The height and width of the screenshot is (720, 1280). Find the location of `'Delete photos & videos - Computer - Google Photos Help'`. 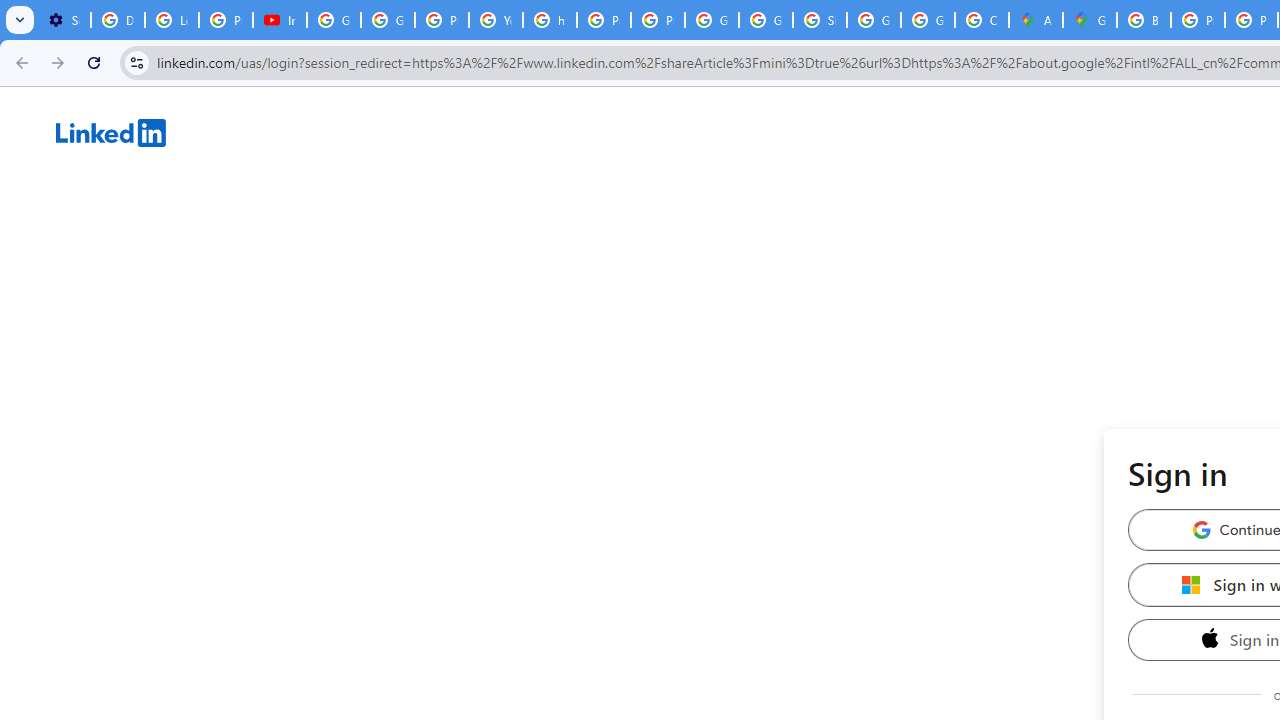

'Delete photos & videos - Computer - Google Photos Help' is located at coordinates (116, 20).